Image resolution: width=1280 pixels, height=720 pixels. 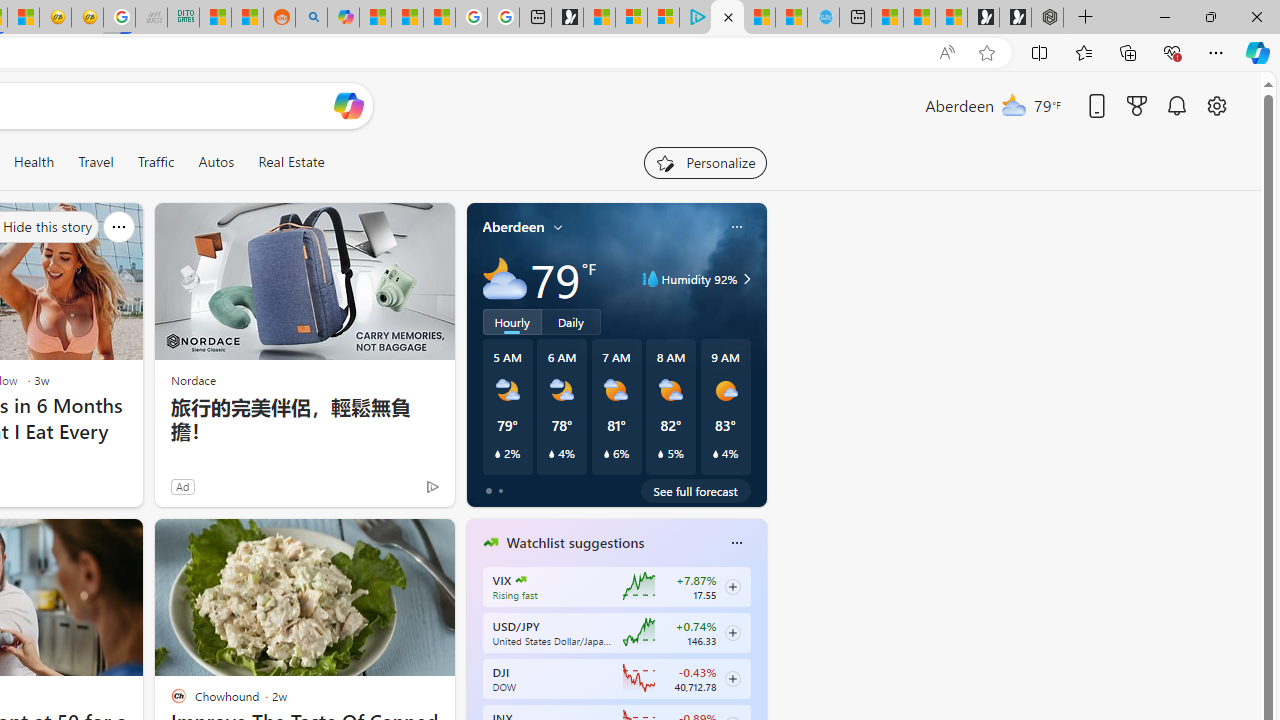 I want to click on 'Traffic', so click(x=155, y=161).